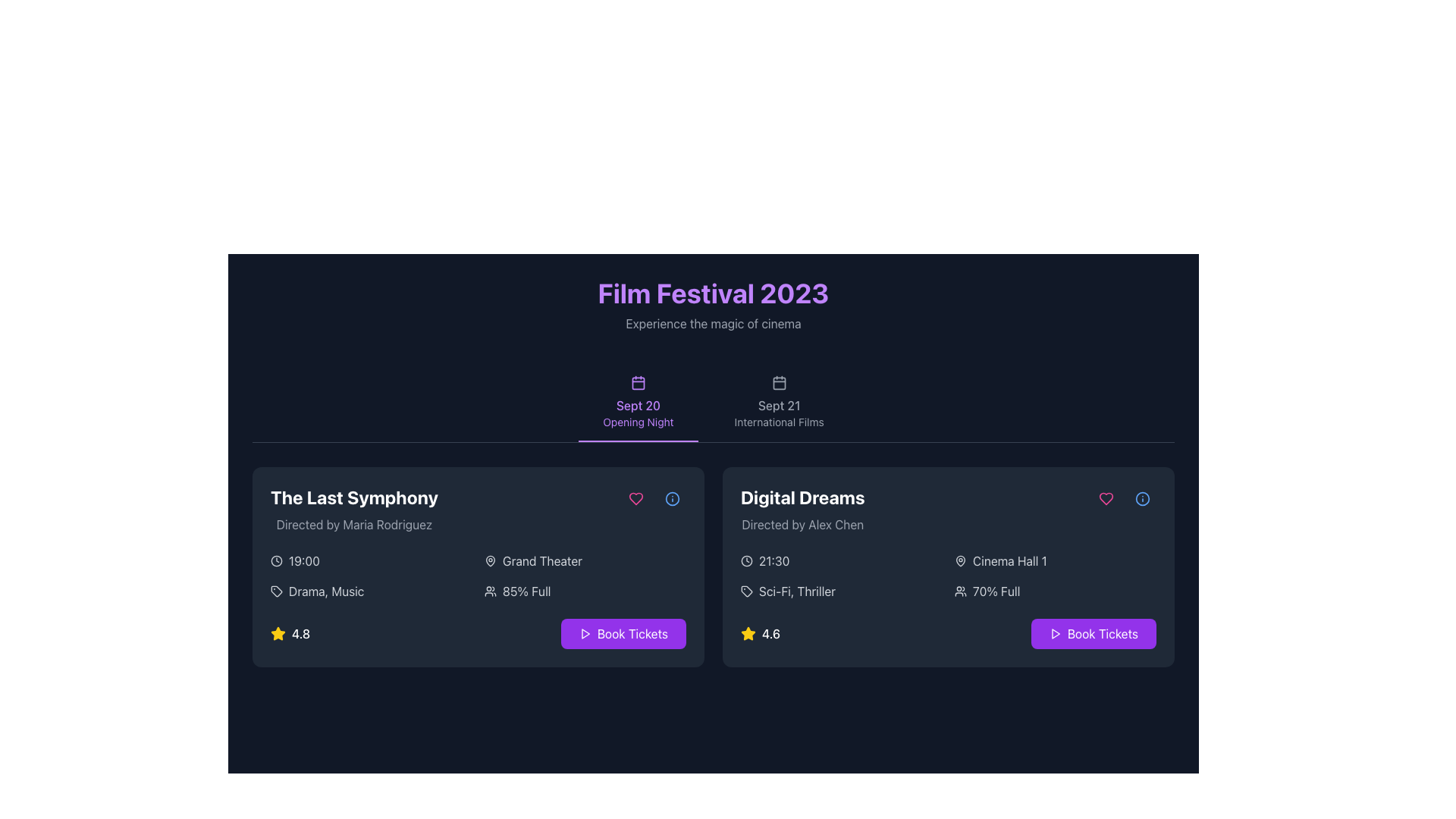 Image resolution: width=1456 pixels, height=819 pixels. What do you see at coordinates (353, 509) in the screenshot?
I see `title and subtitle text from the text block located at the top left corner of the left card, which identifies the film and its creator` at bounding box center [353, 509].